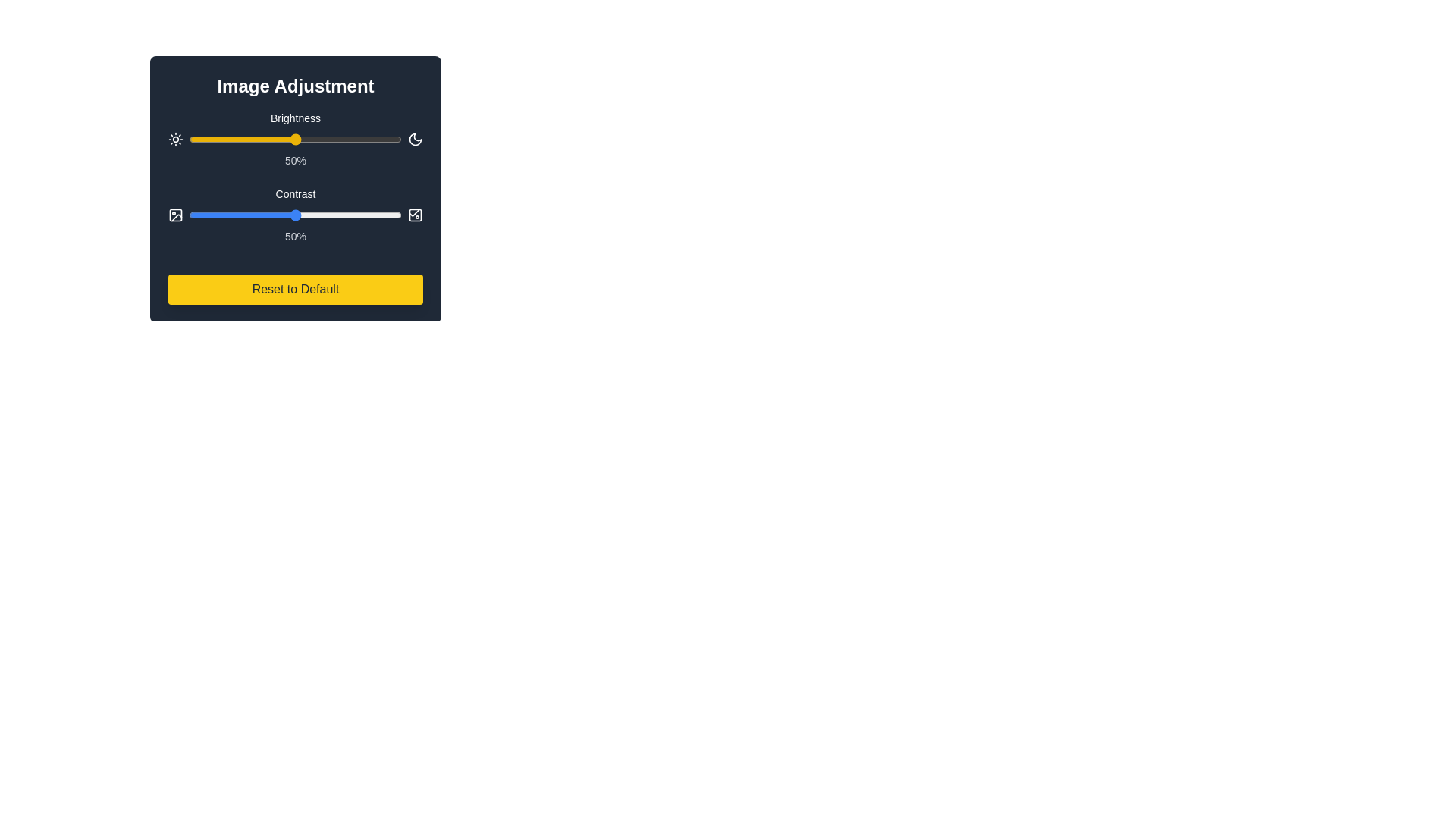 This screenshot has height=819, width=1456. I want to click on the 'Brightness' label which is a small, white, centrally aligned text on a dark background, located at the top of the brightness adjustment section, so click(295, 117).